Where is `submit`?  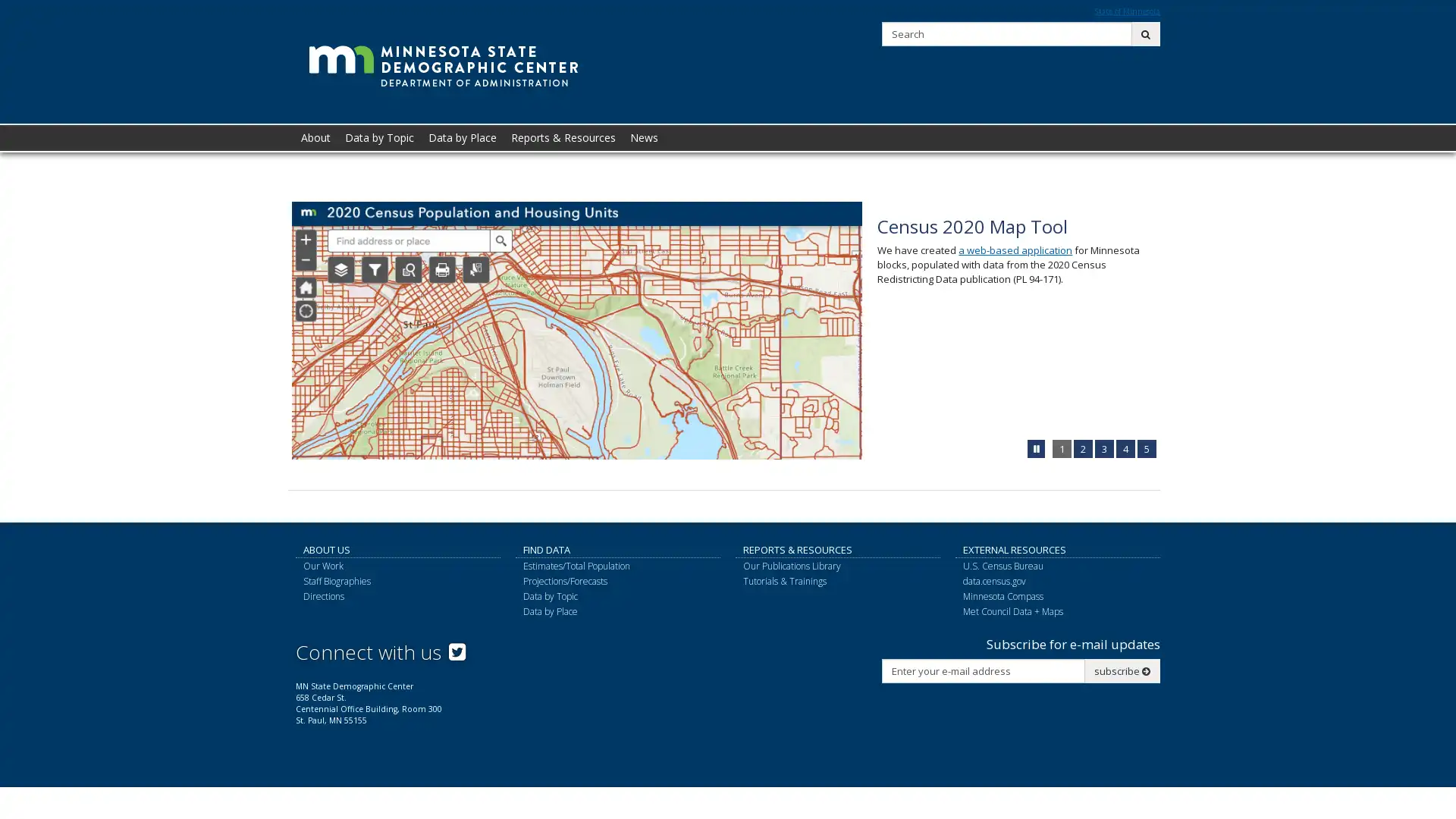
submit is located at coordinates (1145, 33).